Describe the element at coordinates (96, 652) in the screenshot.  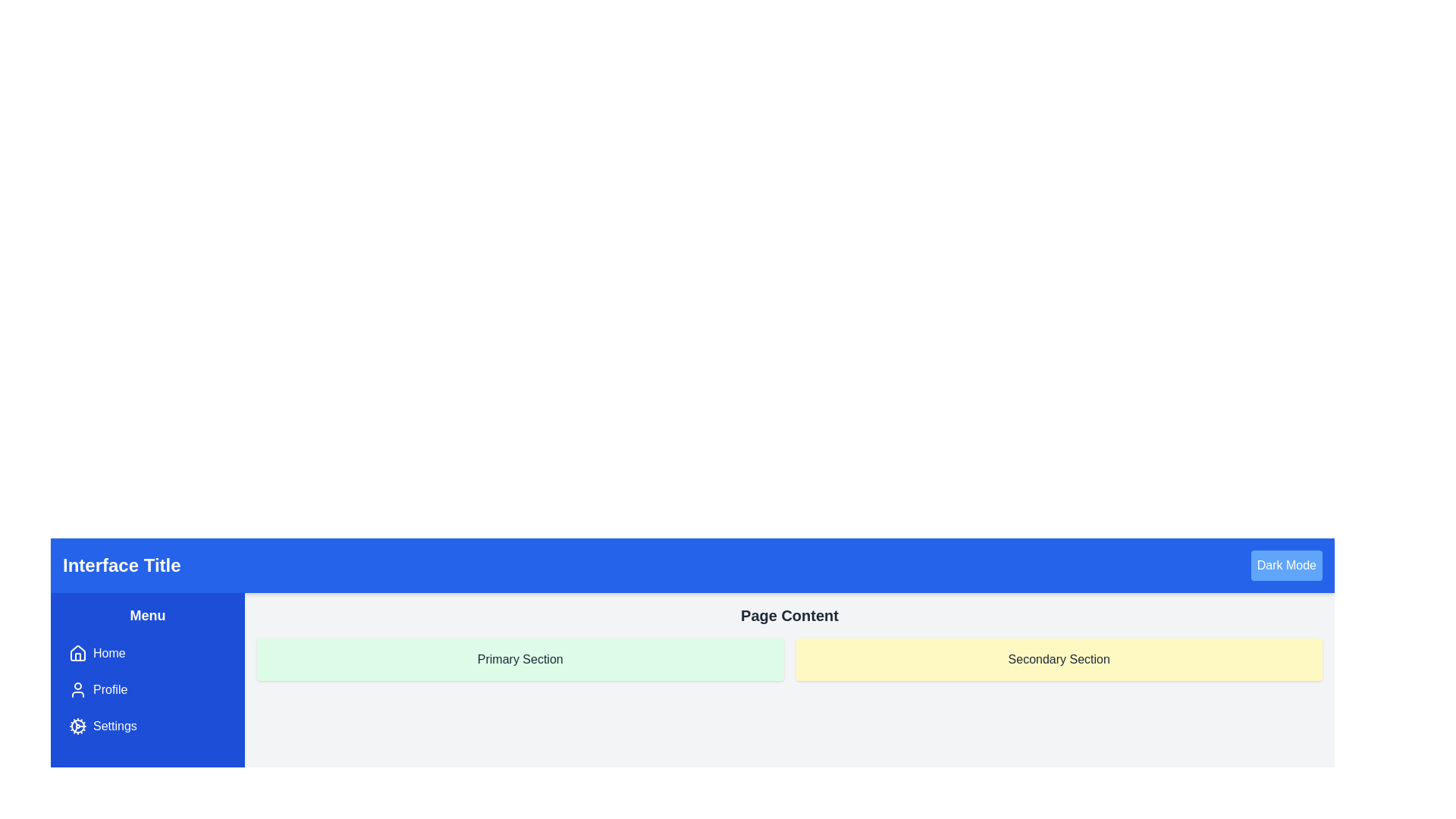
I see `the 'Home' button located in the left-hand navigation bar, which is the first item below the 'Menu' header` at that location.